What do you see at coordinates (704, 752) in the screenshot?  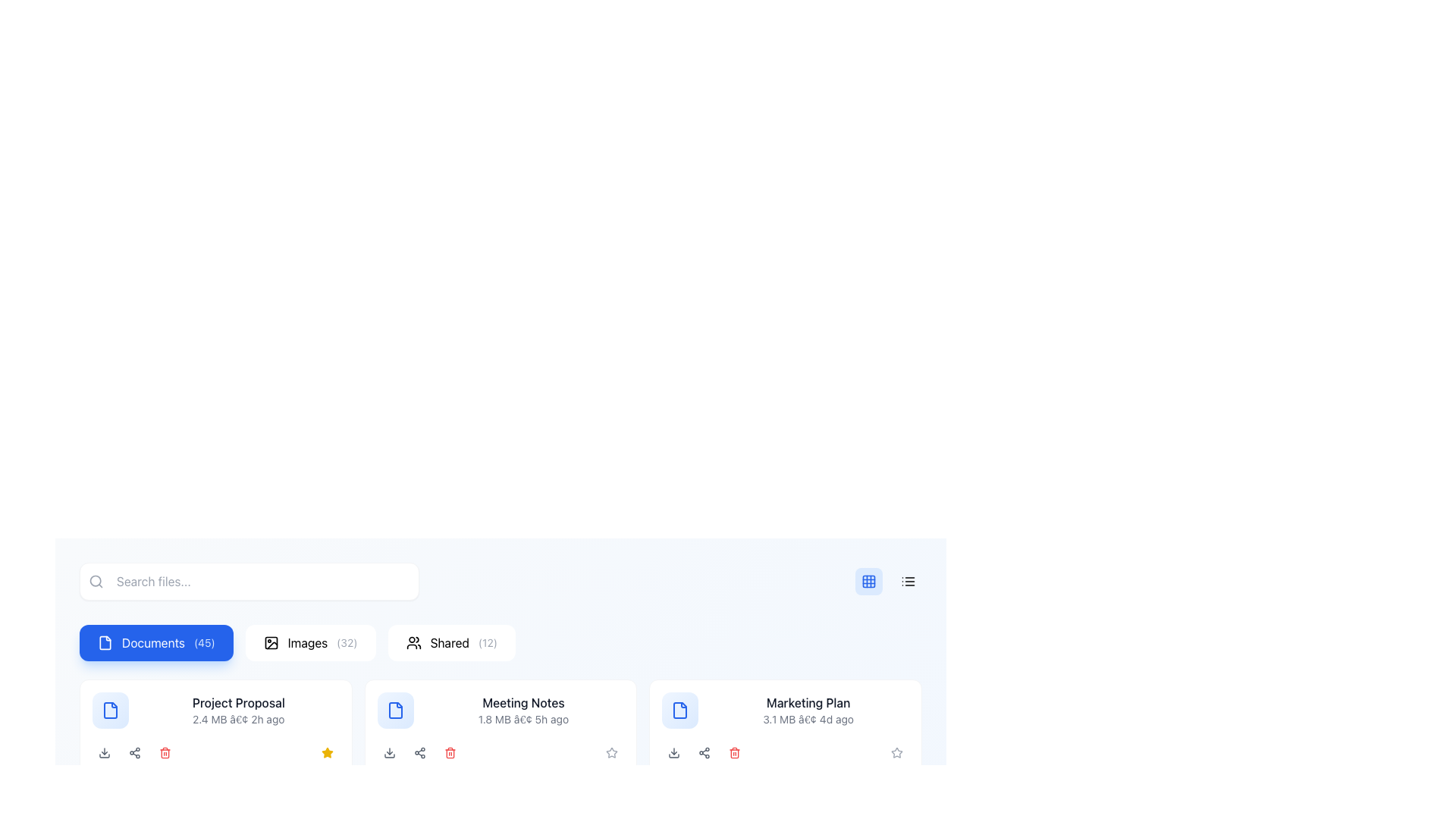 I see `the share icon (SVG icon) located in the file actions section under 'Marketing Plan'` at bounding box center [704, 752].